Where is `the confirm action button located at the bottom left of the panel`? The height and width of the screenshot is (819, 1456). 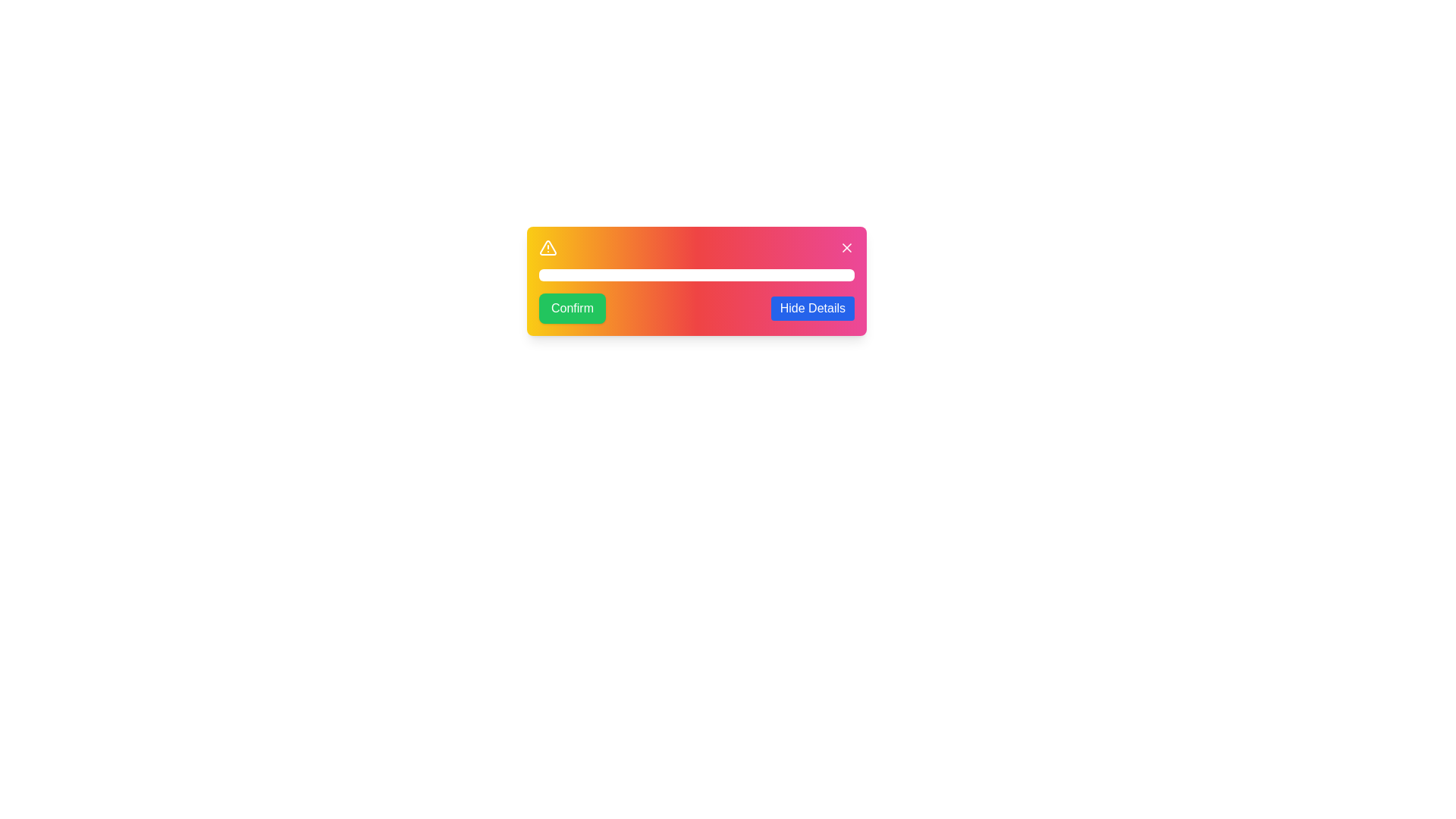 the confirm action button located at the bottom left of the panel is located at coordinates (571, 308).